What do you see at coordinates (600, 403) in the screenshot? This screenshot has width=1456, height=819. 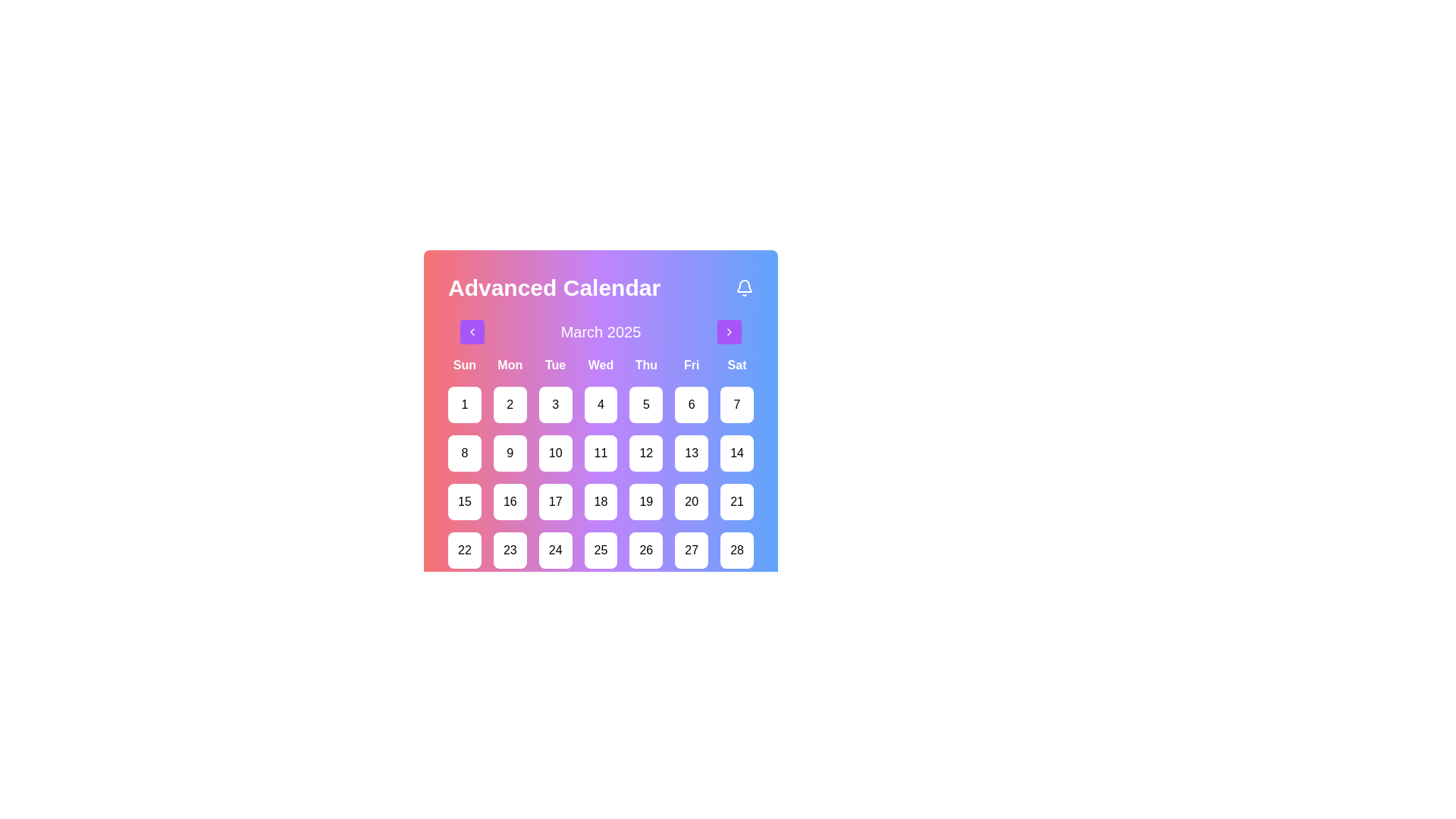 I see `the calendar cell displaying the date '4', which is a rounded square with a white background and black text, located under the 'Wed' column` at bounding box center [600, 403].